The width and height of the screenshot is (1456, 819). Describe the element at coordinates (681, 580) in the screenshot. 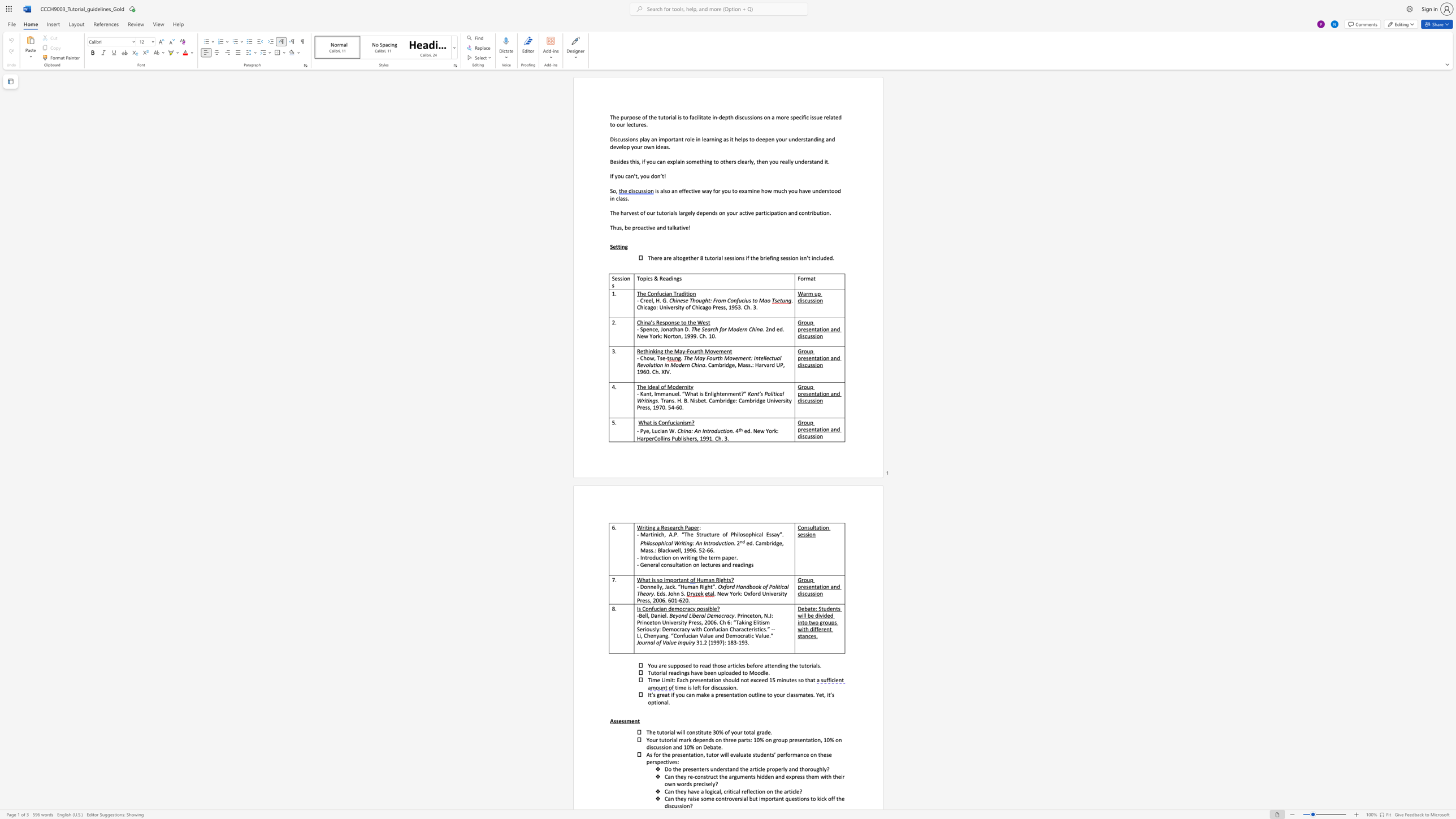

I see `the subset text "an" within the text "What is so important"` at that location.